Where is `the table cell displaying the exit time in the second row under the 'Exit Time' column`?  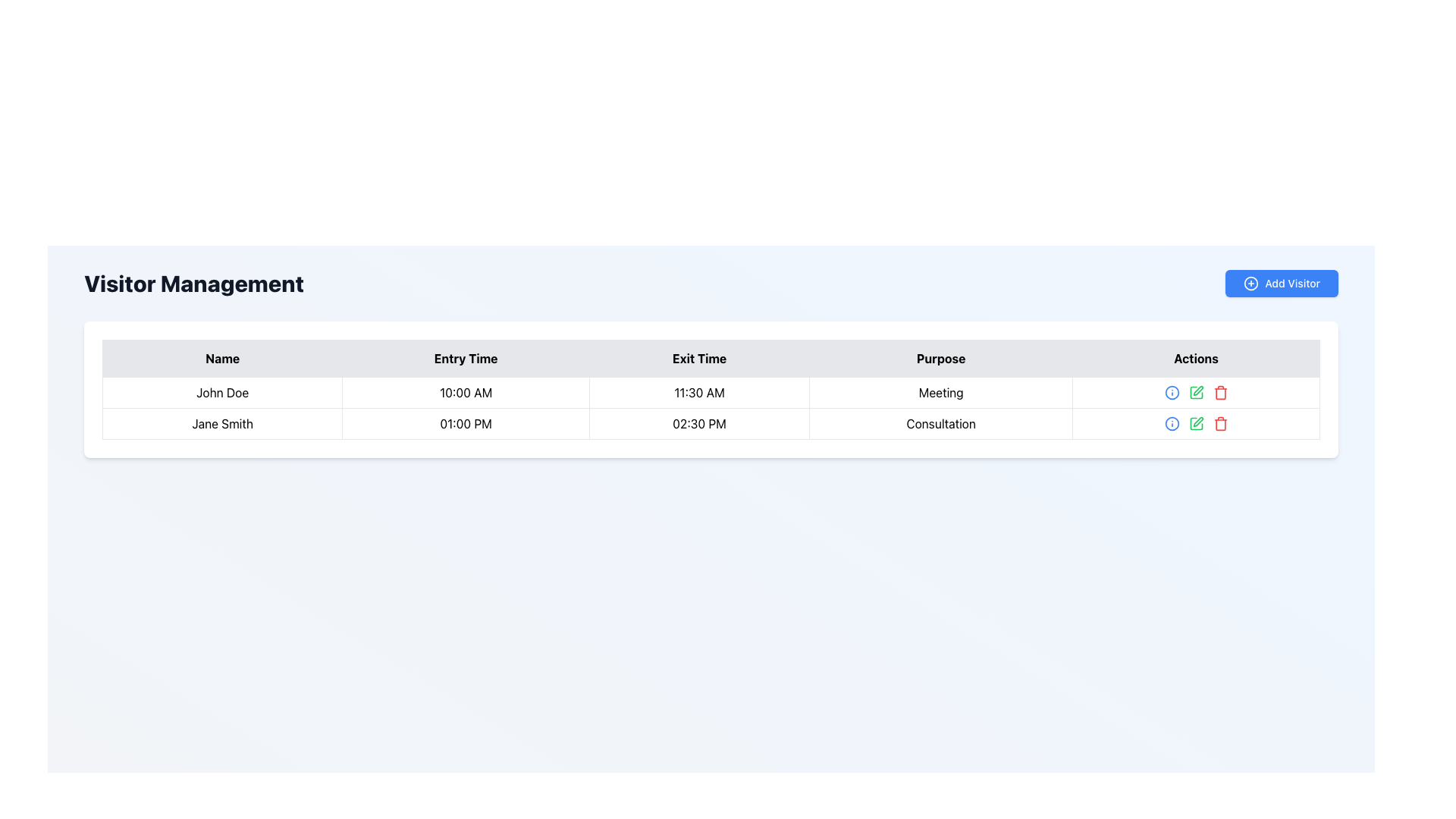 the table cell displaying the exit time in the second row under the 'Exit Time' column is located at coordinates (710, 406).